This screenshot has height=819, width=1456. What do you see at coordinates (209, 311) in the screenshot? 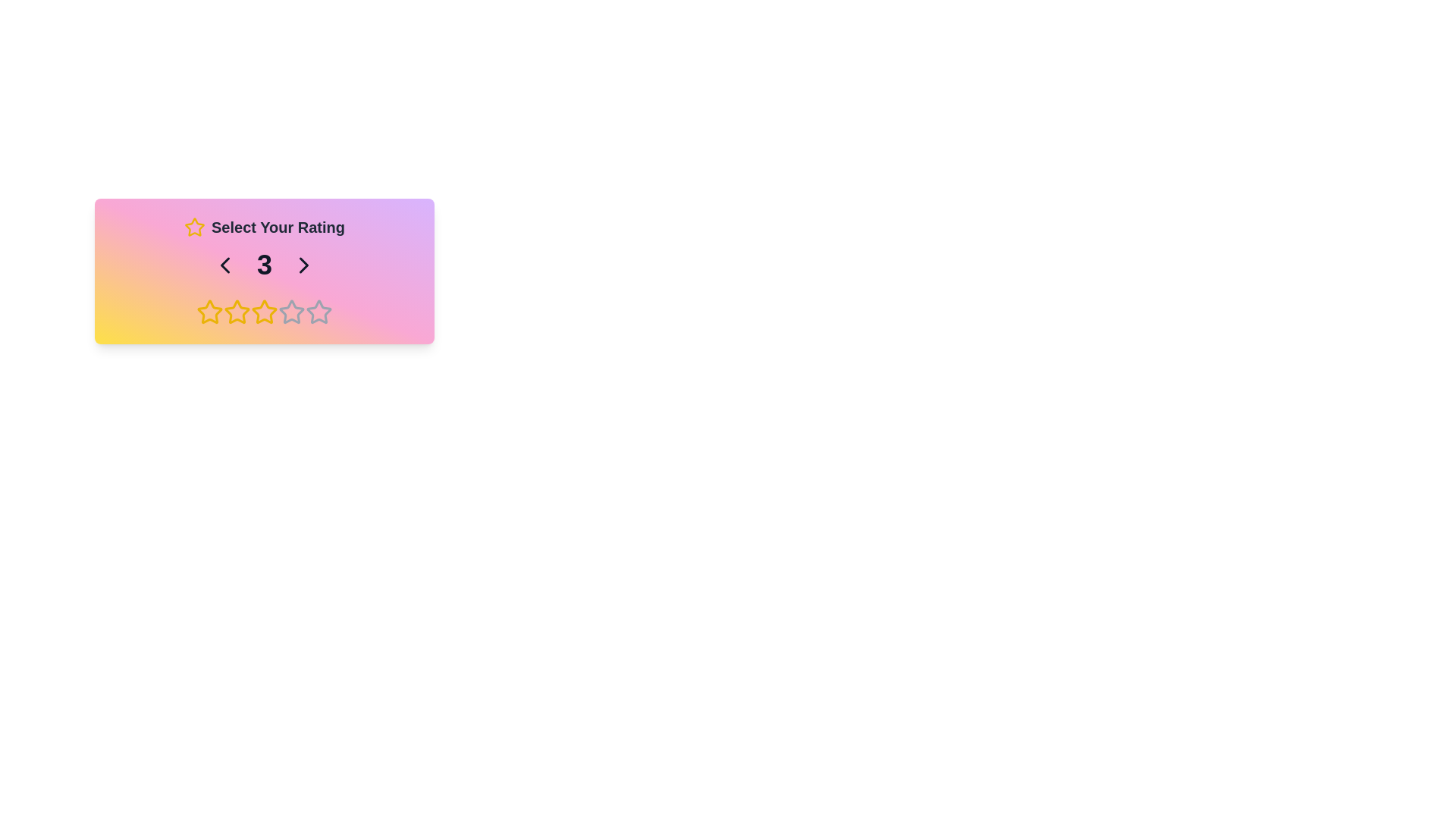
I see `the first rating star icon in the five-star rating system` at bounding box center [209, 311].